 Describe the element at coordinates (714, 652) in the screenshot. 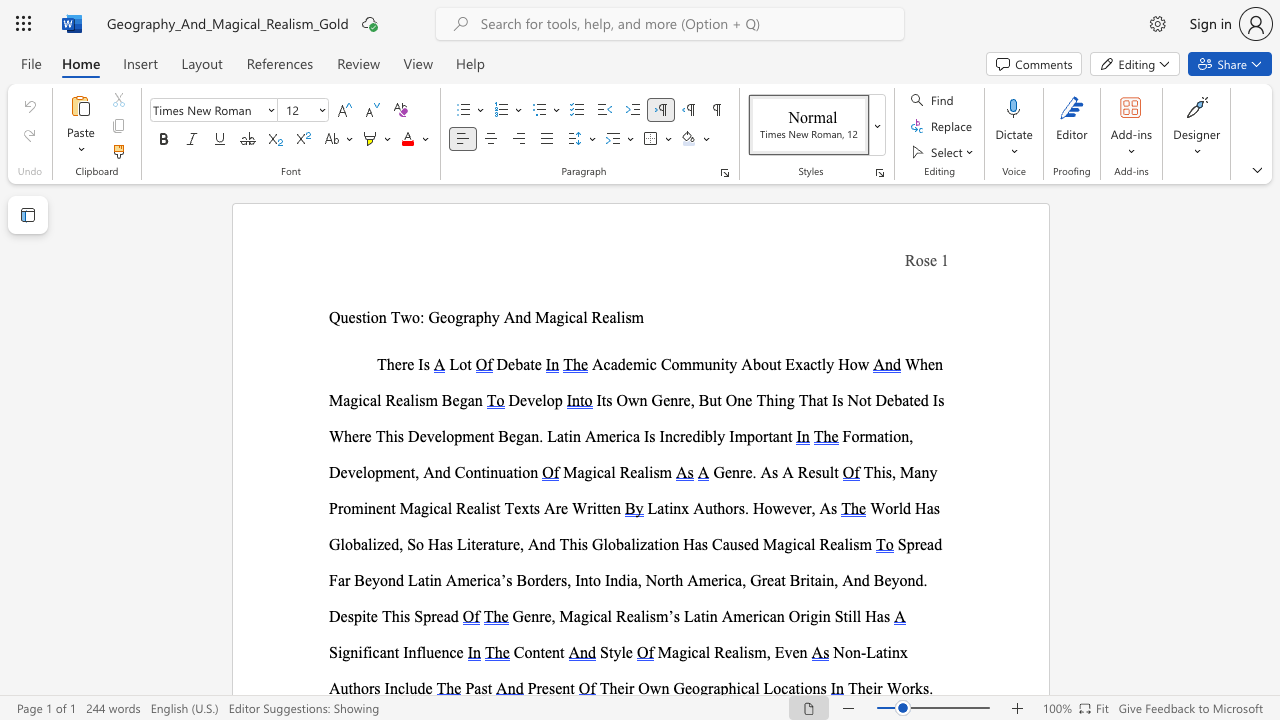

I see `the subset text "Realism, E" within the text "Magical Realism, Even"` at that location.